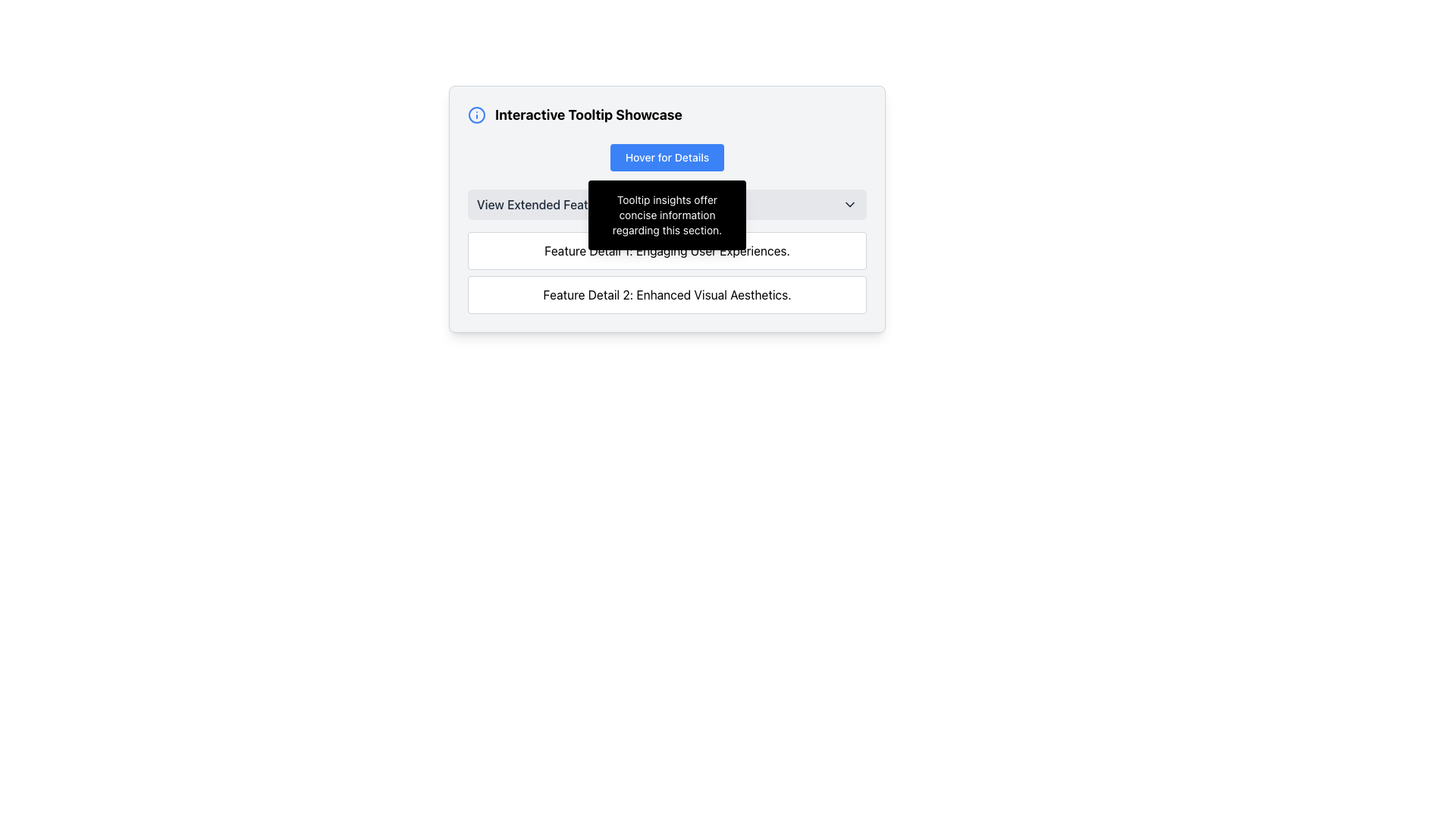  What do you see at coordinates (667, 158) in the screenshot?
I see `the interactive button located centrally within the 'Interactive Tooltip Showcase' panel, which displays a tooltip with additional information when hovered over` at bounding box center [667, 158].